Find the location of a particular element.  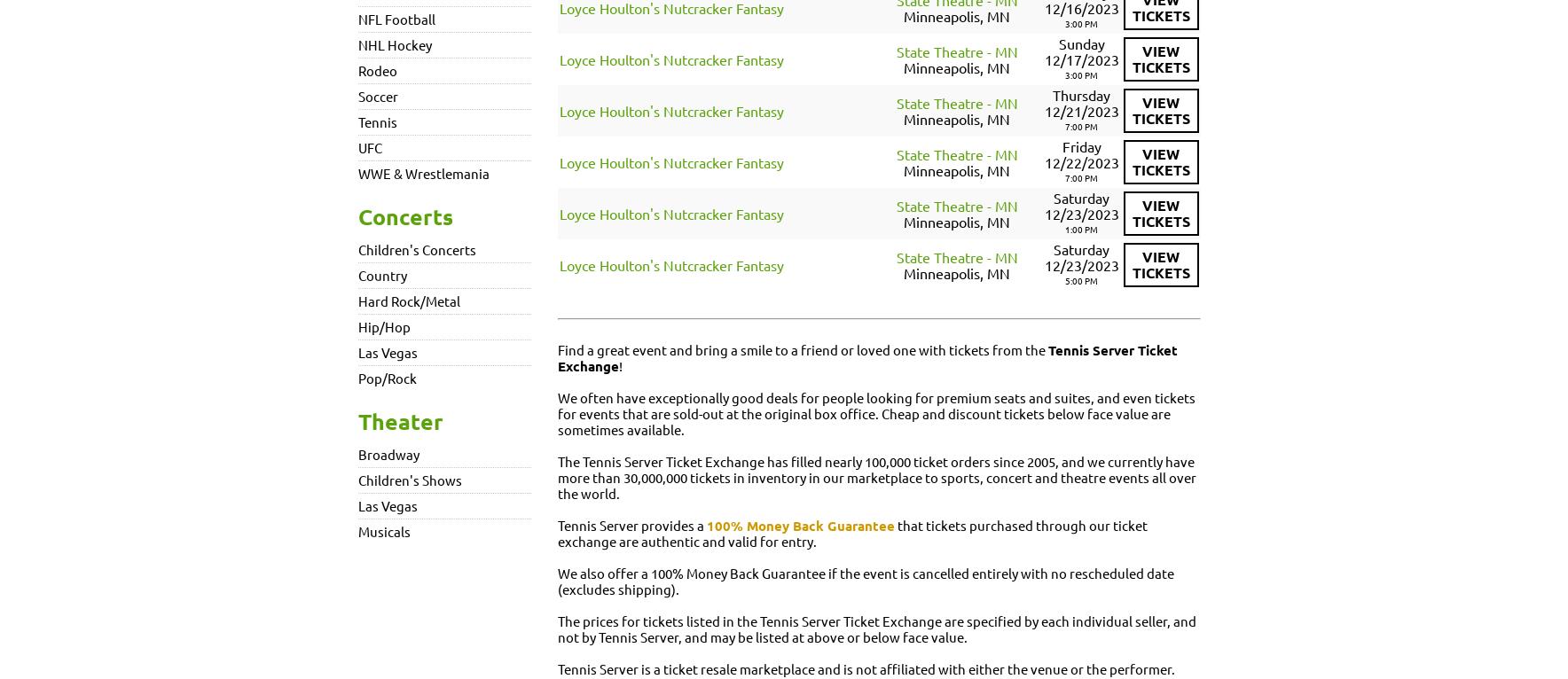

'The prices for tickets listed in the Tennis Server Ticket Exchange are specified by each individual seller, and not by Tennis Server, and may be listed at above or below face value.' is located at coordinates (876, 628).